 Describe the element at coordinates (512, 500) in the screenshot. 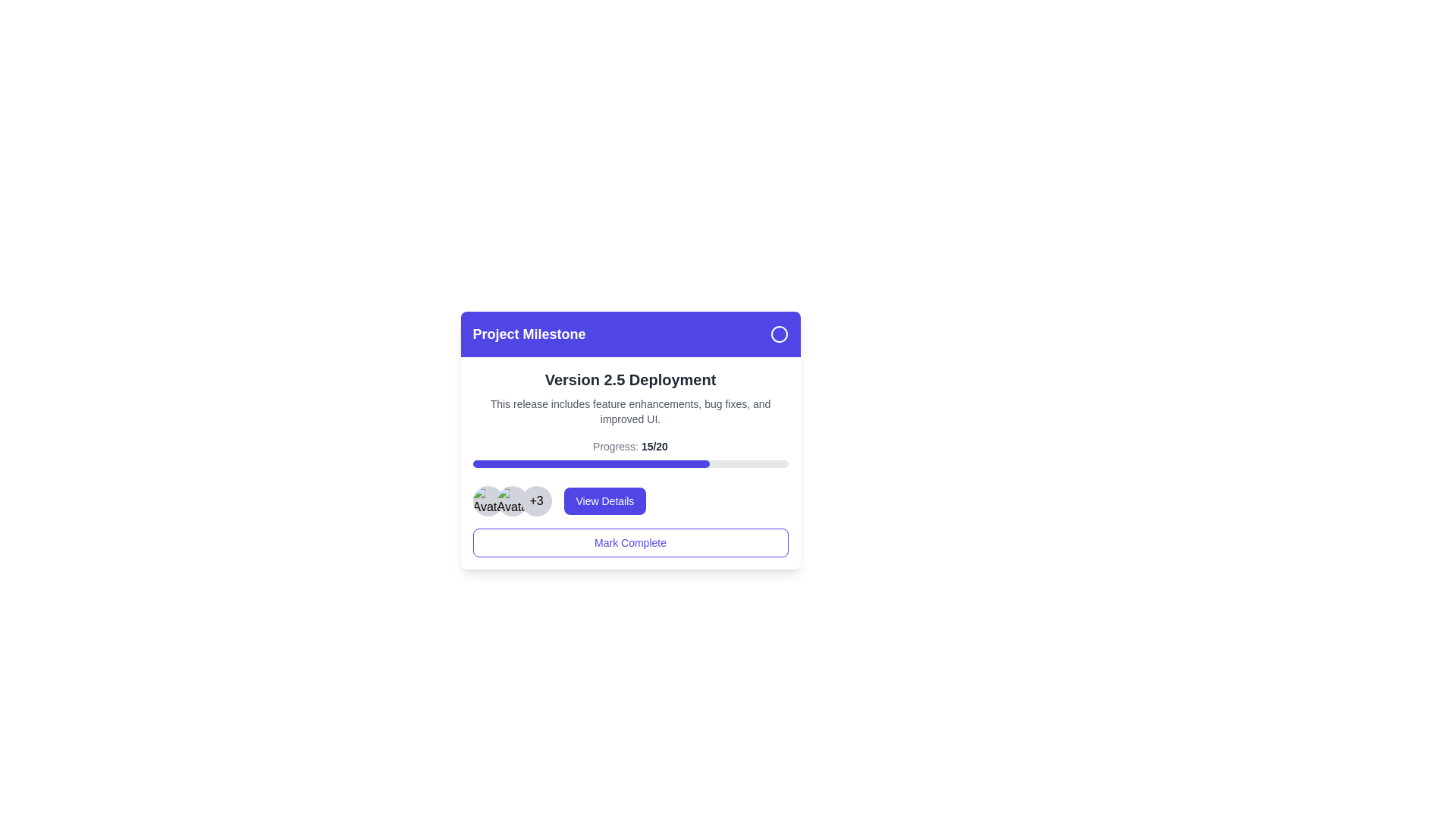

I see `the second circular avatar placeholder located beneath the progress bar, which serves as a user avatar or profile picture` at that location.